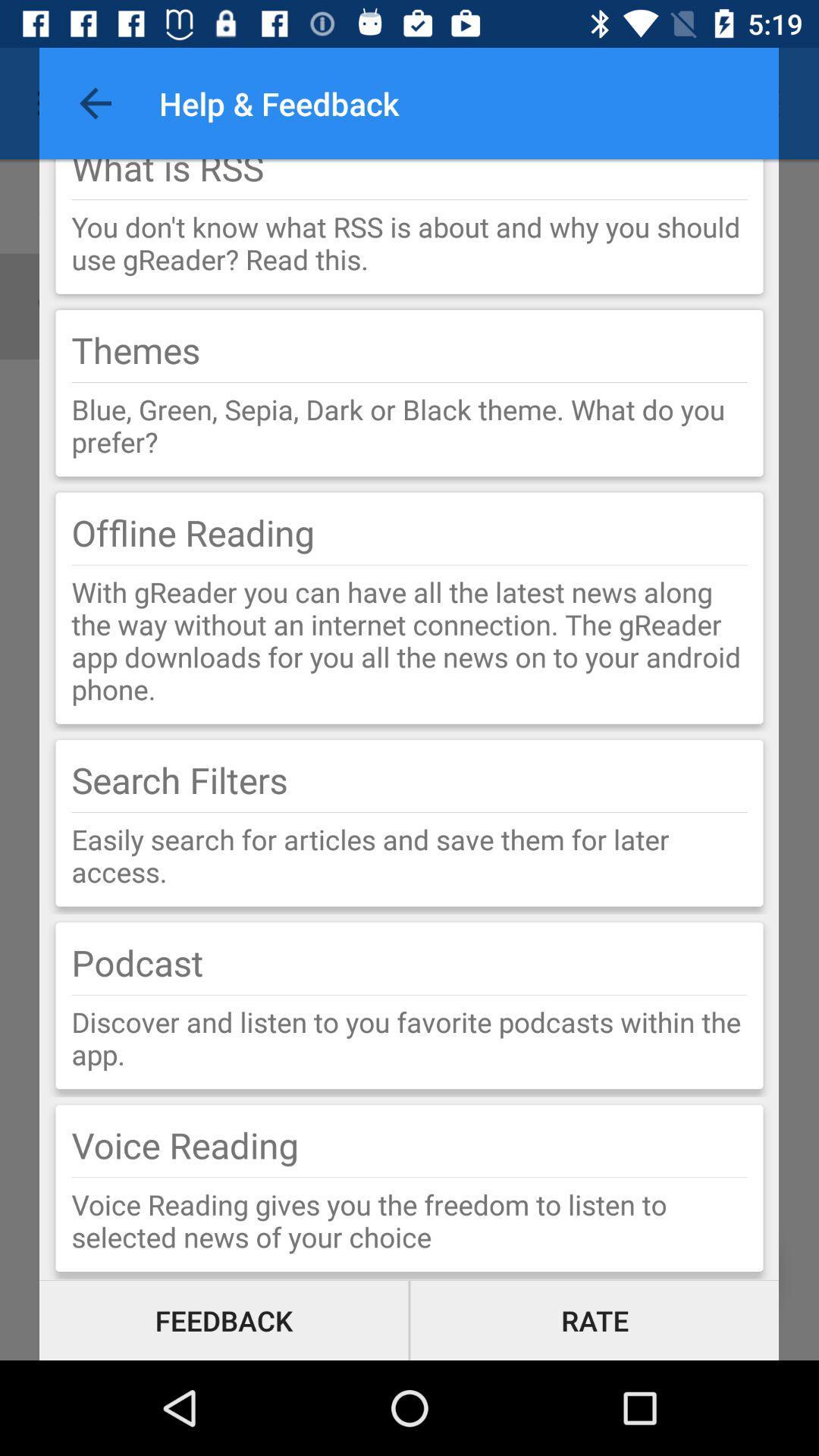 The width and height of the screenshot is (819, 1456). What do you see at coordinates (409, 855) in the screenshot?
I see `easily search for item` at bounding box center [409, 855].